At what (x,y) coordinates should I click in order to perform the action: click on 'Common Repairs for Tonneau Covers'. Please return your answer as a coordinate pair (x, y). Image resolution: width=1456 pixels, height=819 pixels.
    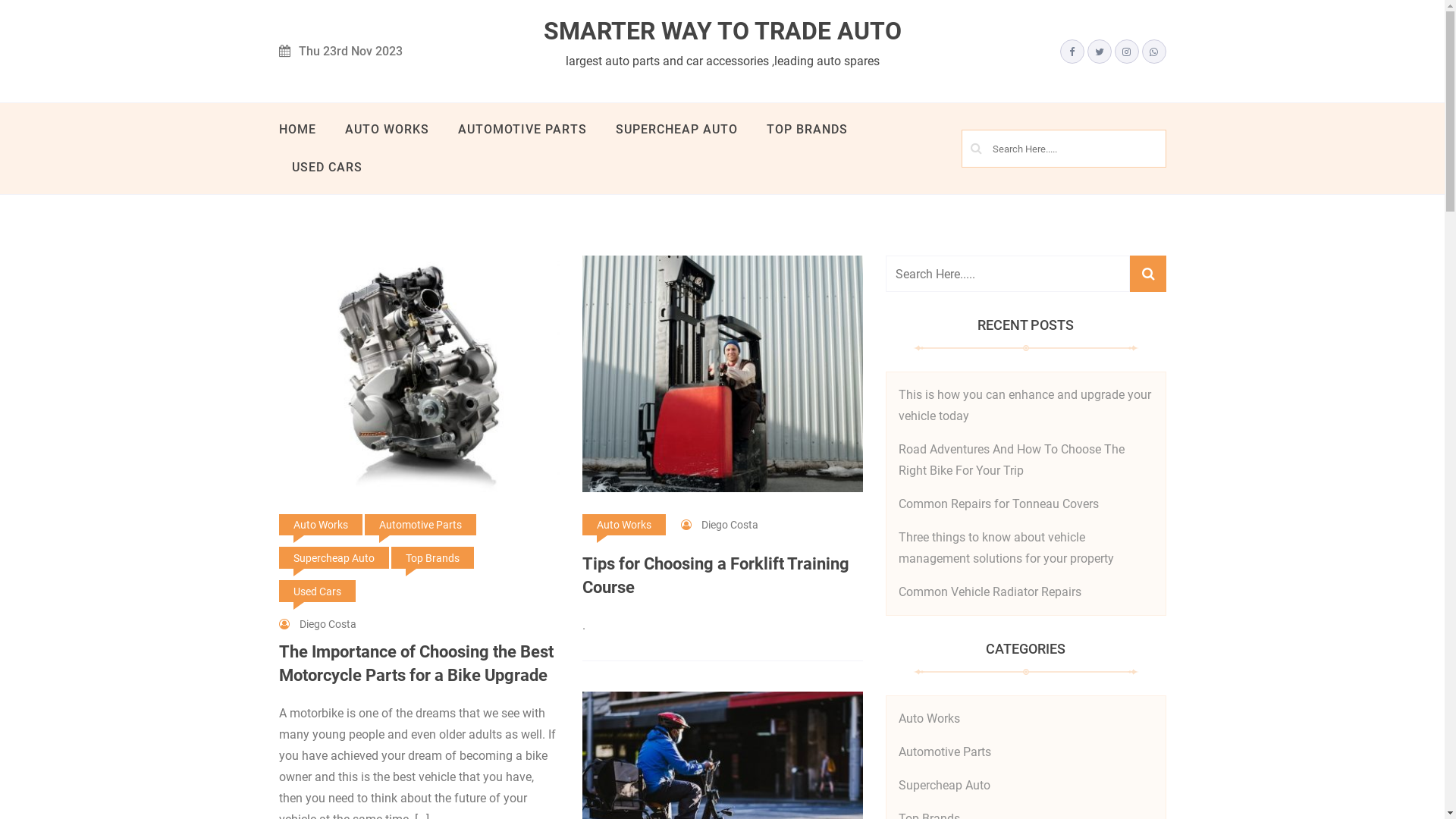
    Looking at the image, I should click on (997, 504).